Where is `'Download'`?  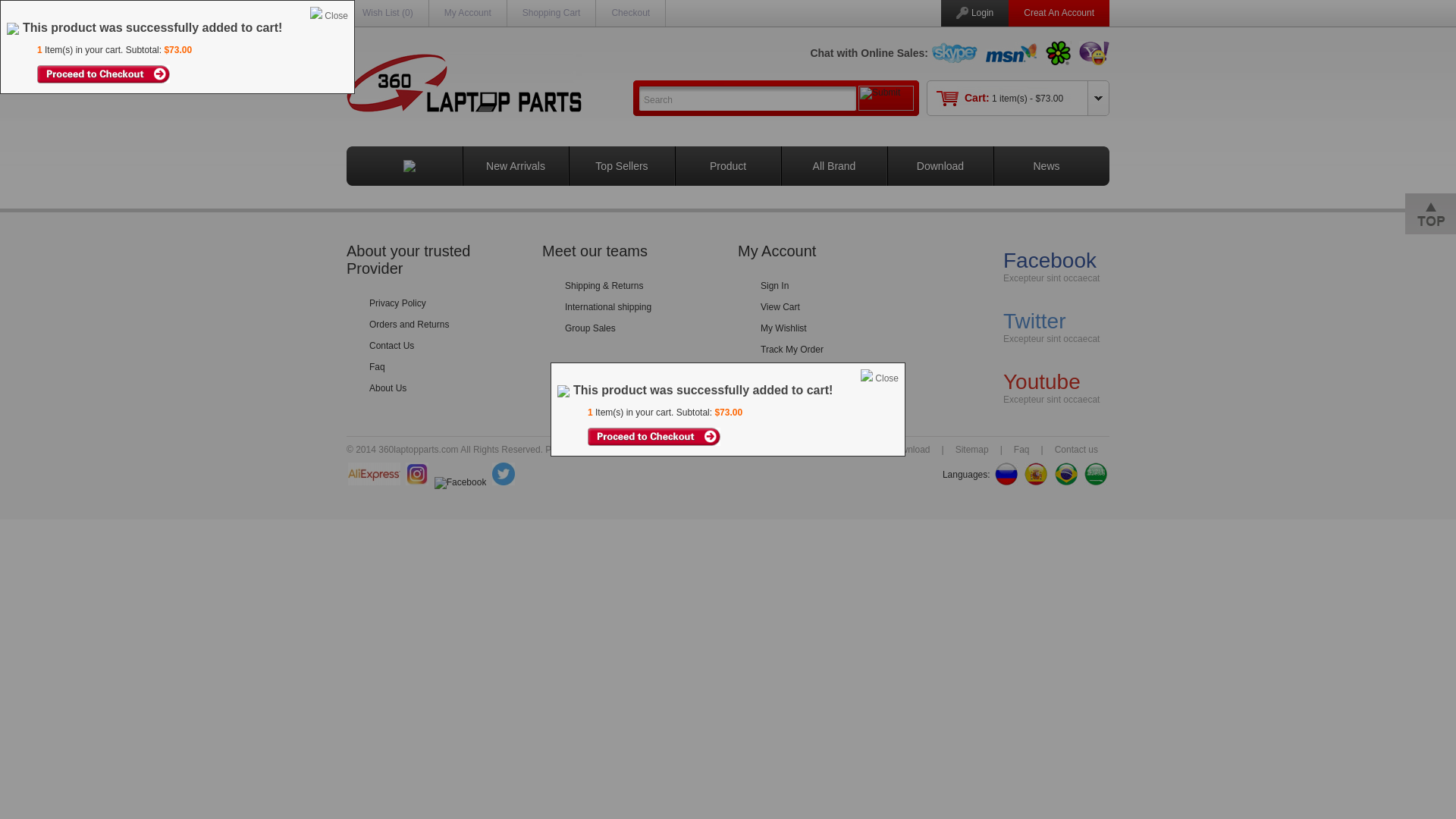
'Download' is located at coordinates (909, 449).